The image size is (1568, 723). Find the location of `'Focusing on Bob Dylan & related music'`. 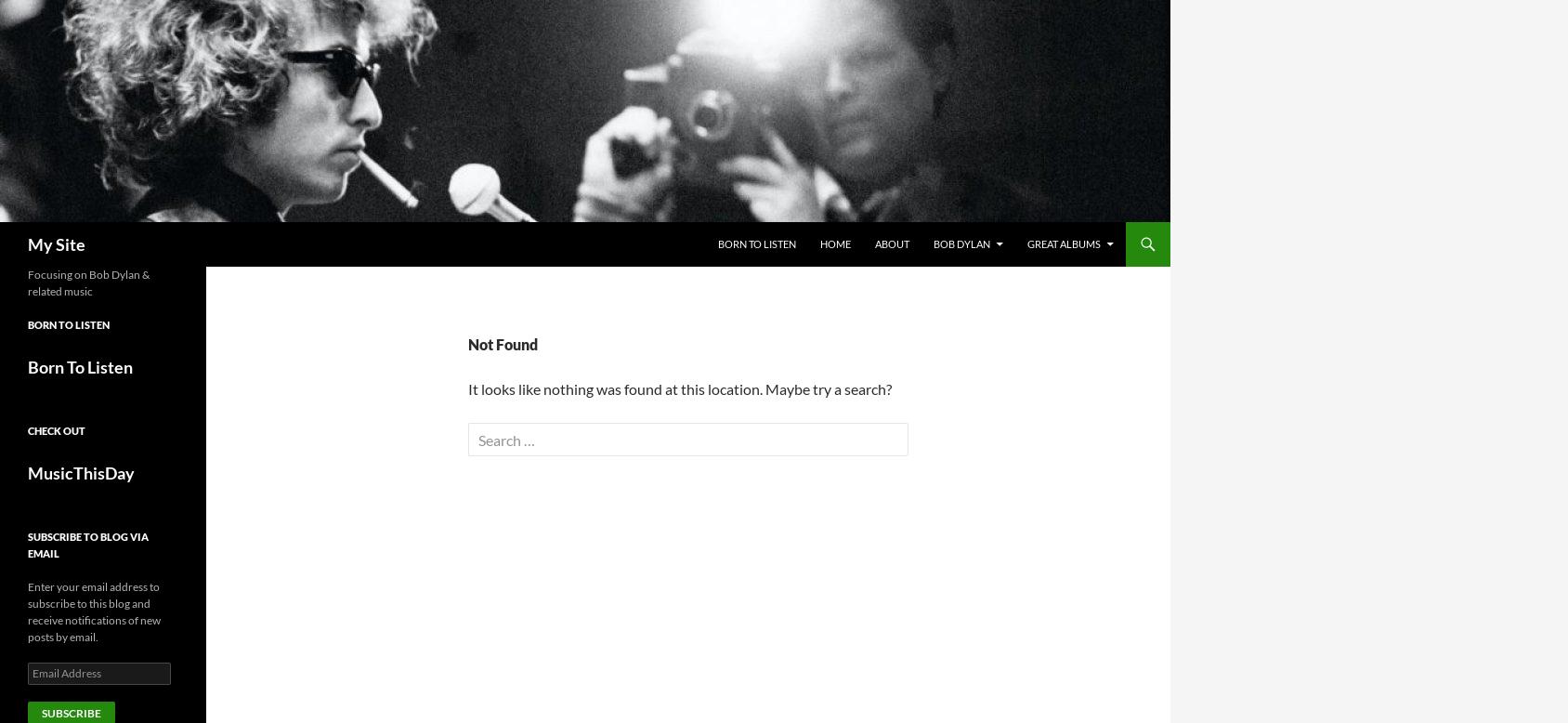

'Focusing on Bob Dylan & related music' is located at coordinates (27, 283).